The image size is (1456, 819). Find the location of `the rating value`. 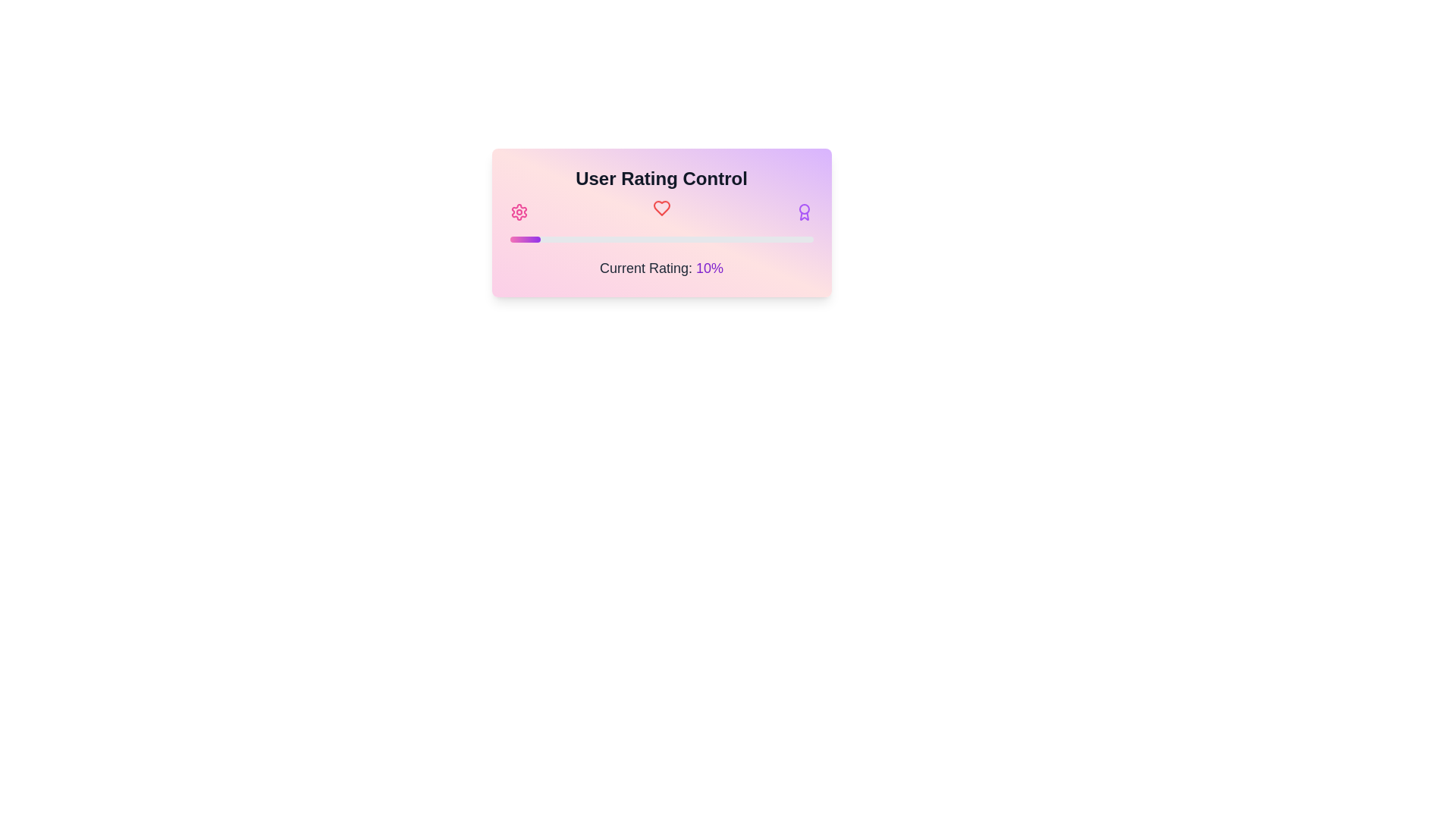

the rating value is located at coordinates (783, 212).